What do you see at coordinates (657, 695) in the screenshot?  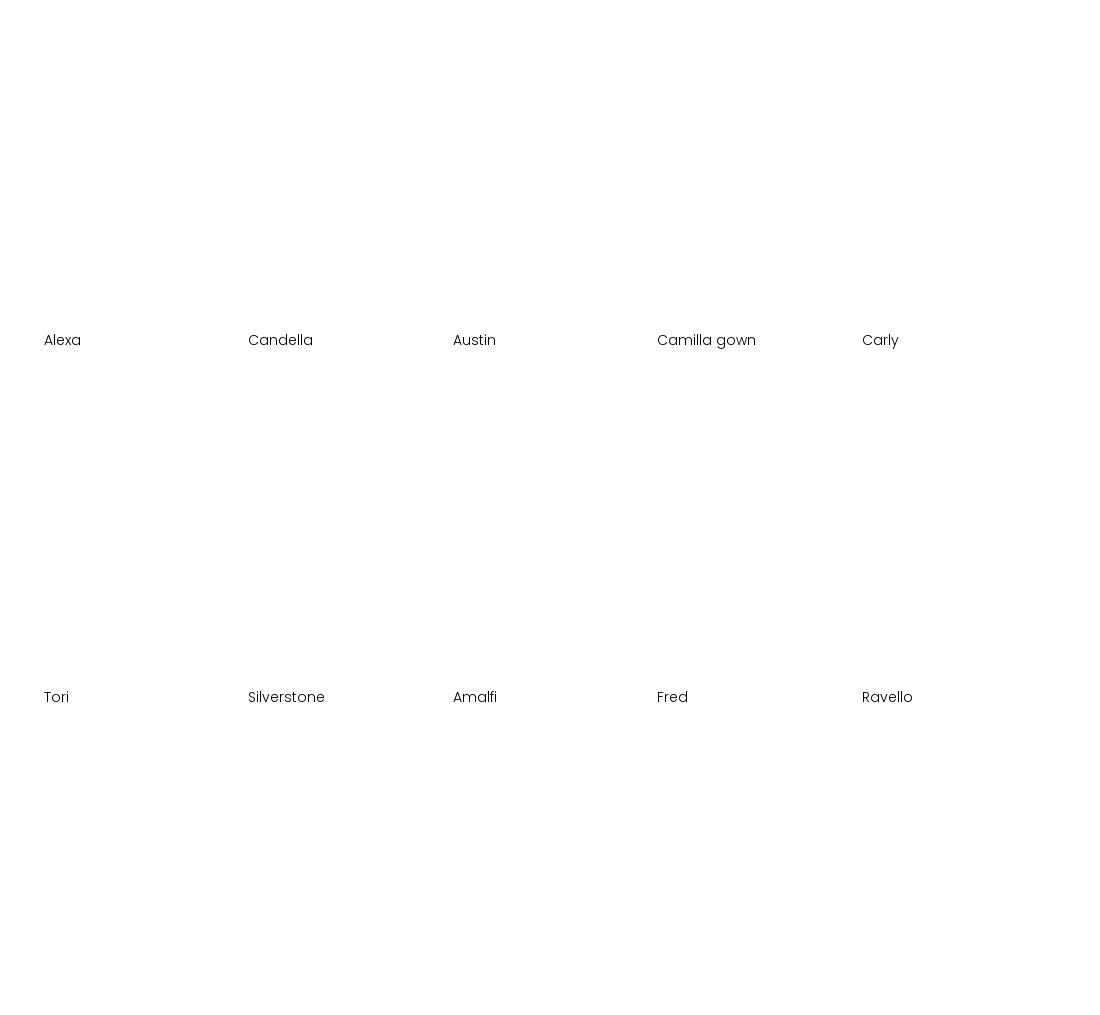 I see `'Fred'` at bounding box center [657, 695].